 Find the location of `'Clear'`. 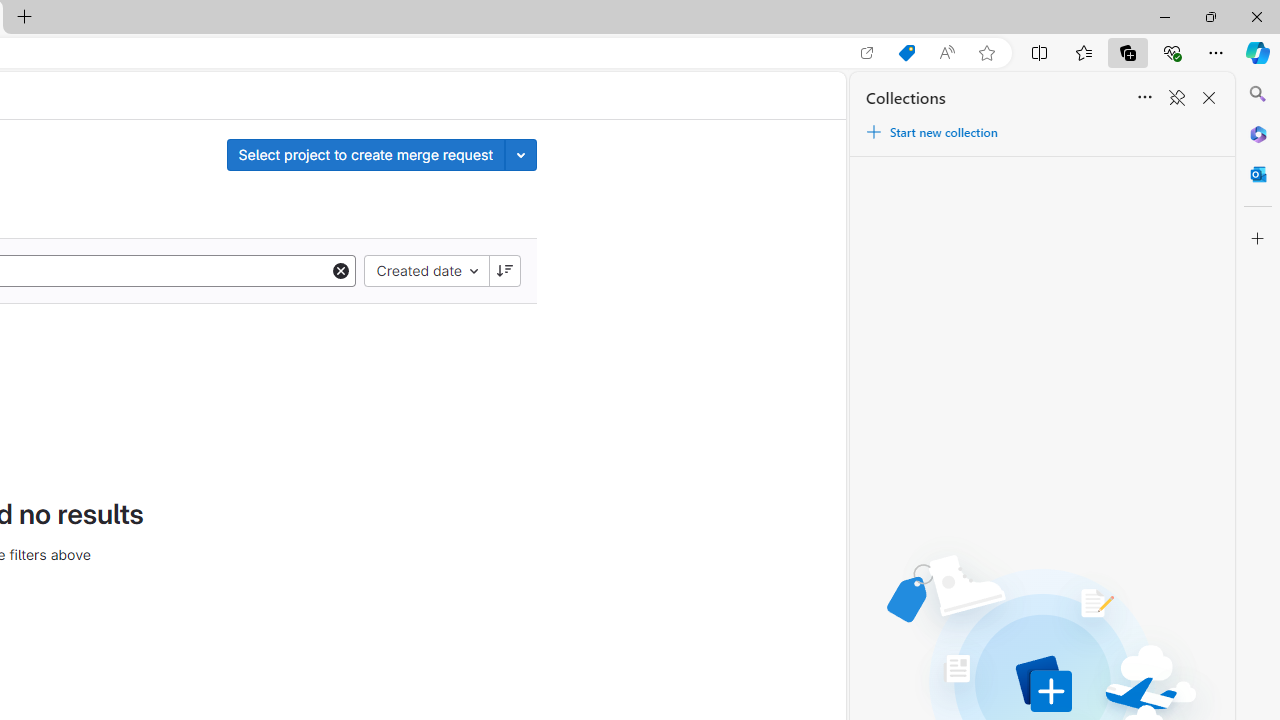

'Clear' is located at coordinates (341, 270).